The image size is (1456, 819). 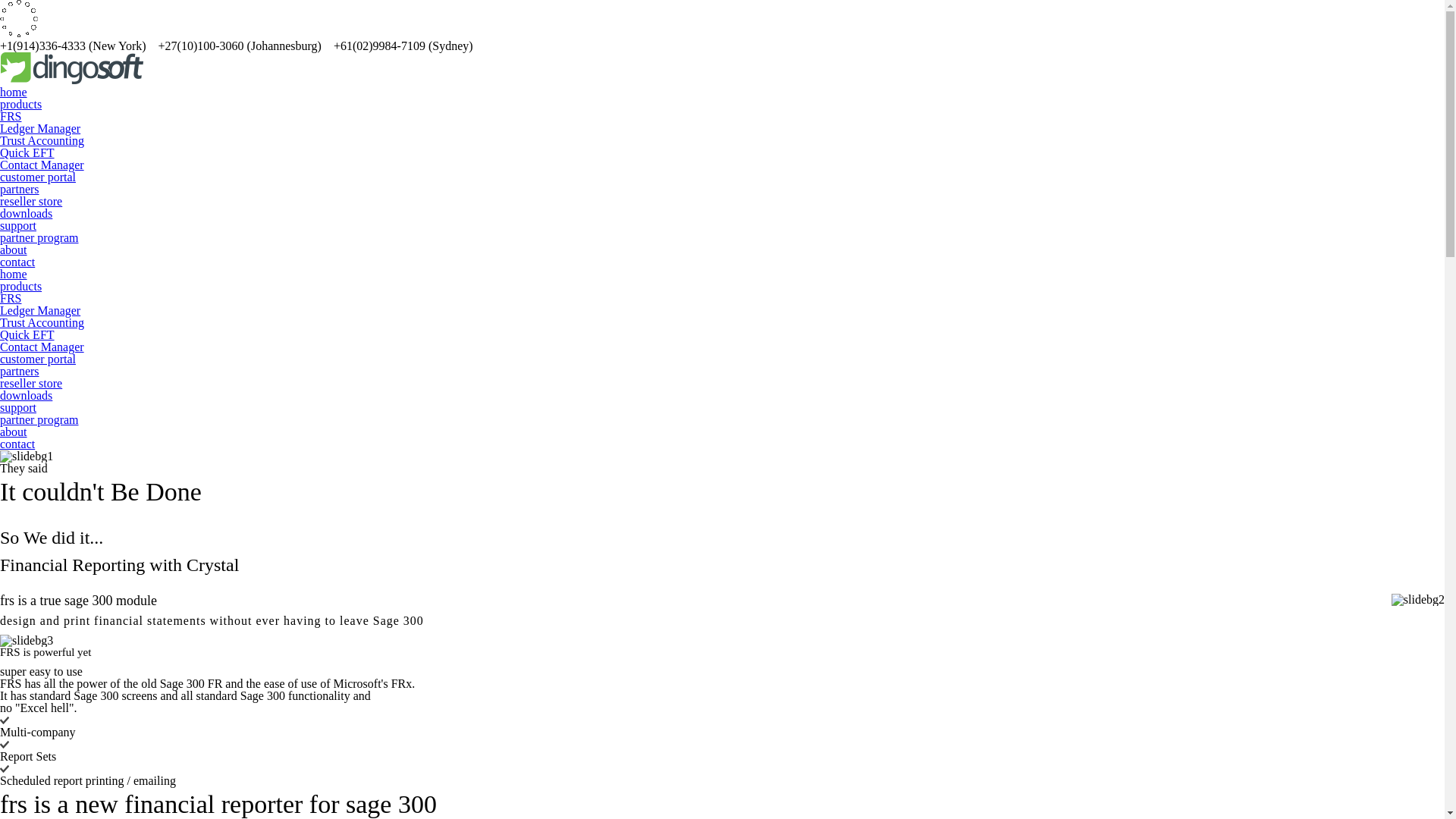 I want to click on 'Contact Manager', so click(x=42, y=347).